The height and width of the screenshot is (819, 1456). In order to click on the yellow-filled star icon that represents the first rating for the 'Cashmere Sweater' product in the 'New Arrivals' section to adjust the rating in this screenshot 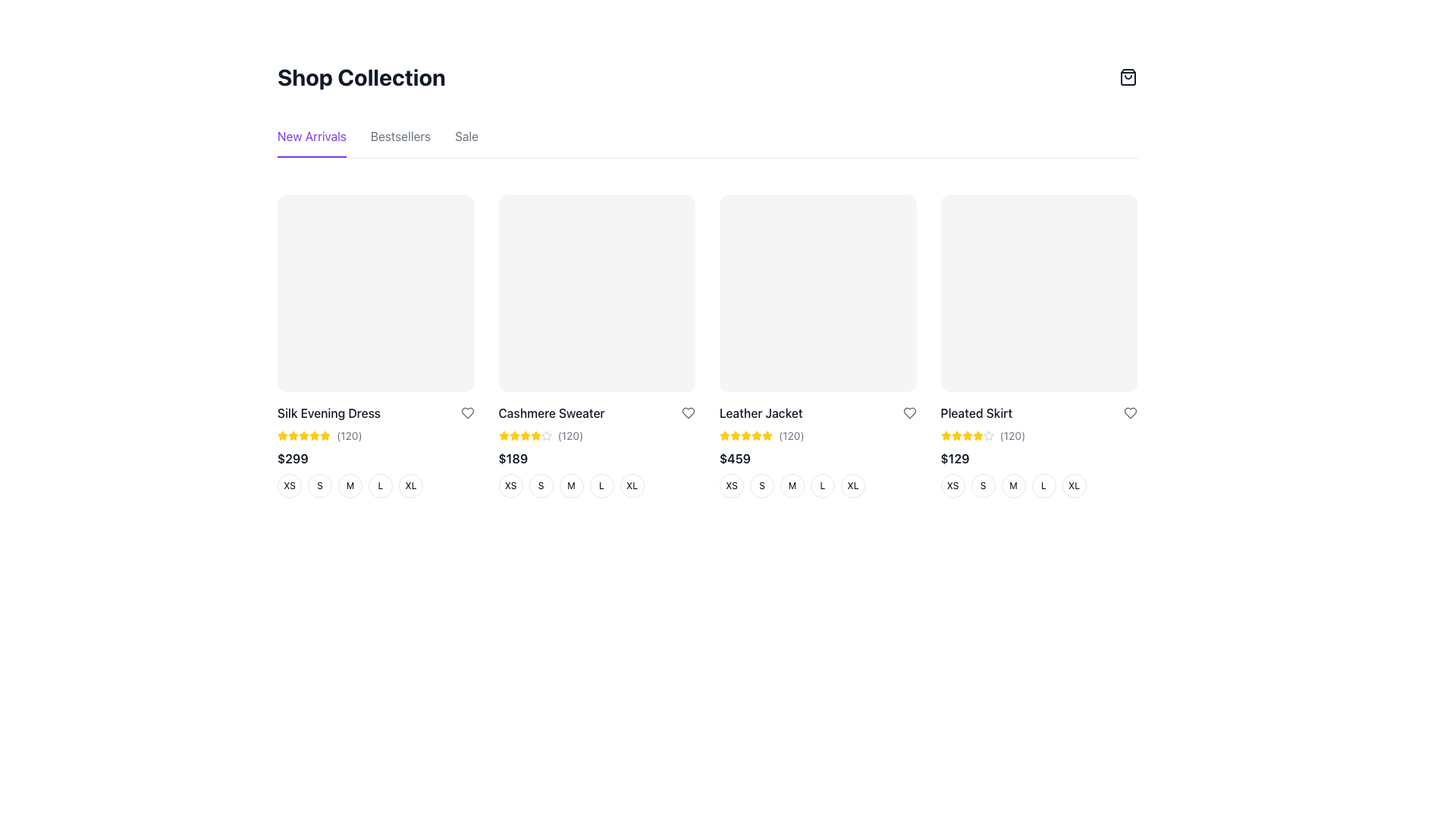, I will do `click(514, 435)`.